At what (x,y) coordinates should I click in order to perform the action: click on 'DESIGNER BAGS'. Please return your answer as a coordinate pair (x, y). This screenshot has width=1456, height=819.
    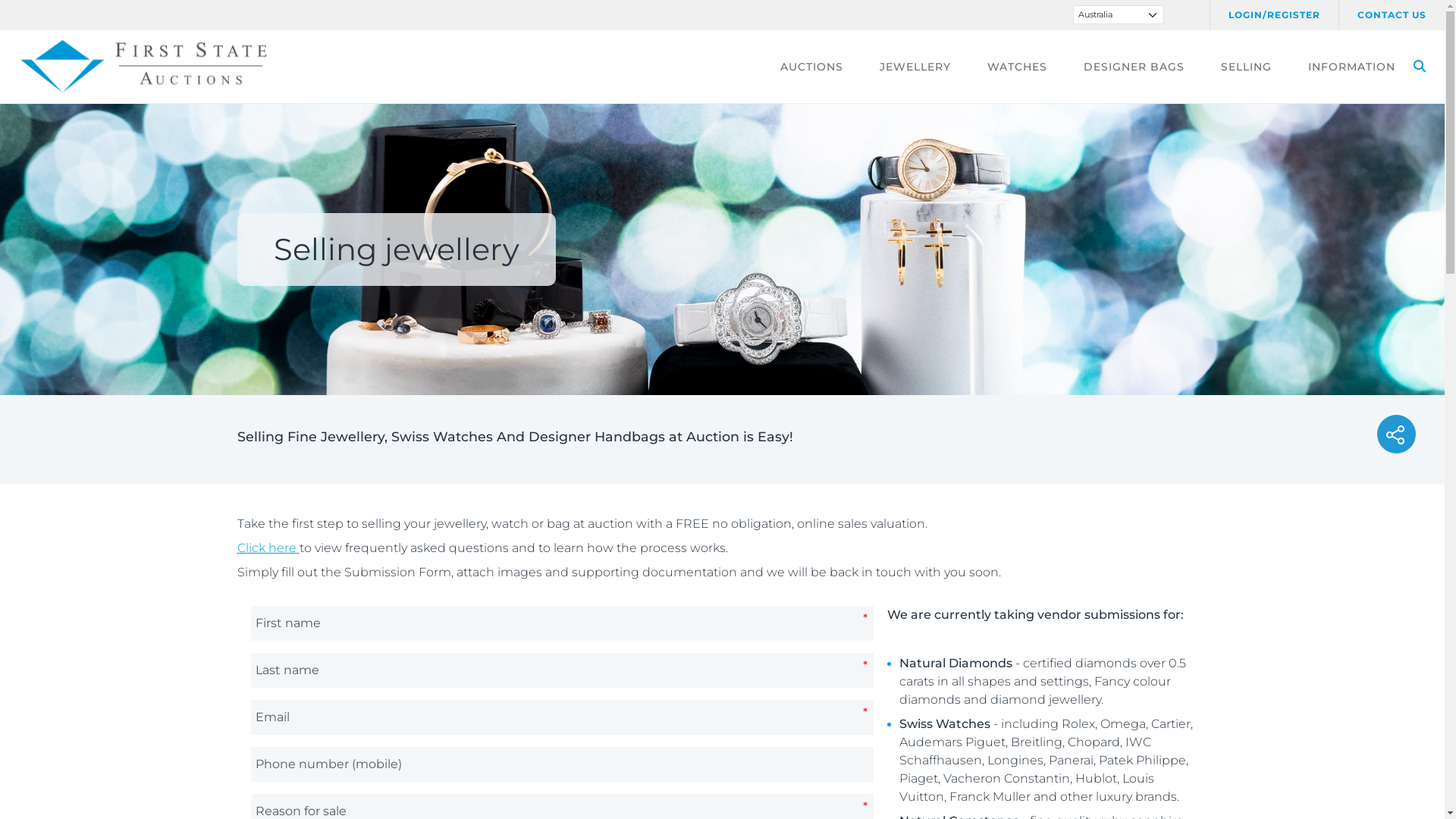
    Looking at the image, I should click on (1134, 66).